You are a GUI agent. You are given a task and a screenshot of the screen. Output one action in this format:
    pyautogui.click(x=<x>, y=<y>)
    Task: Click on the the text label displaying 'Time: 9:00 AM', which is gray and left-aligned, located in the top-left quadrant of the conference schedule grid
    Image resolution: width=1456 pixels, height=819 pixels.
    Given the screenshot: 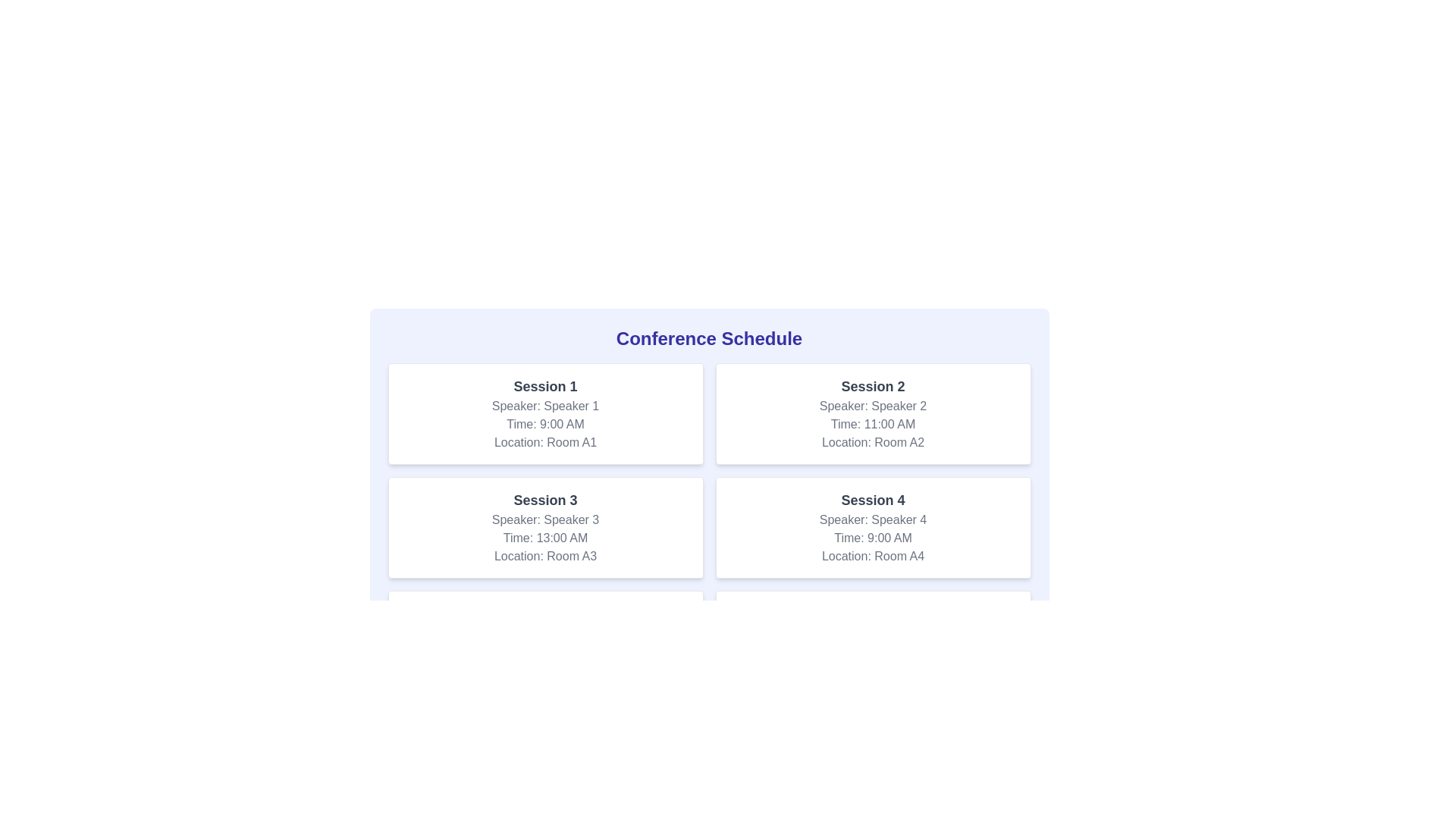 What is the action you would take?
    pyautogui.click(x=545, y=424)
    